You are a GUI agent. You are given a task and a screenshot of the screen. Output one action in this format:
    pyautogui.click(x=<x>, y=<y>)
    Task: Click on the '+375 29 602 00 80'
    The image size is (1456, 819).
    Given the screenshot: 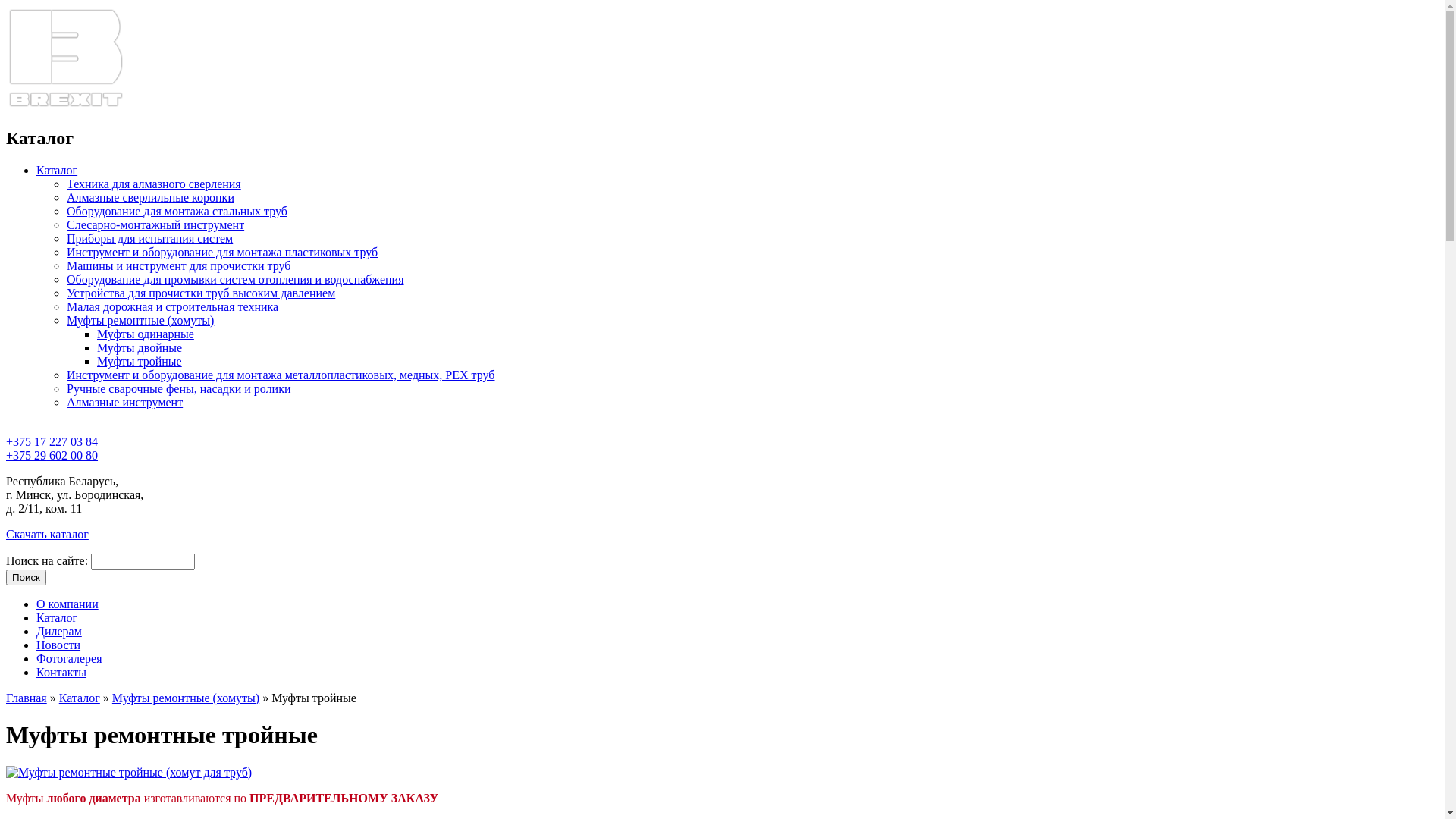 What is the action you would take?
    pyautogui.click(x=52, y=454)
    